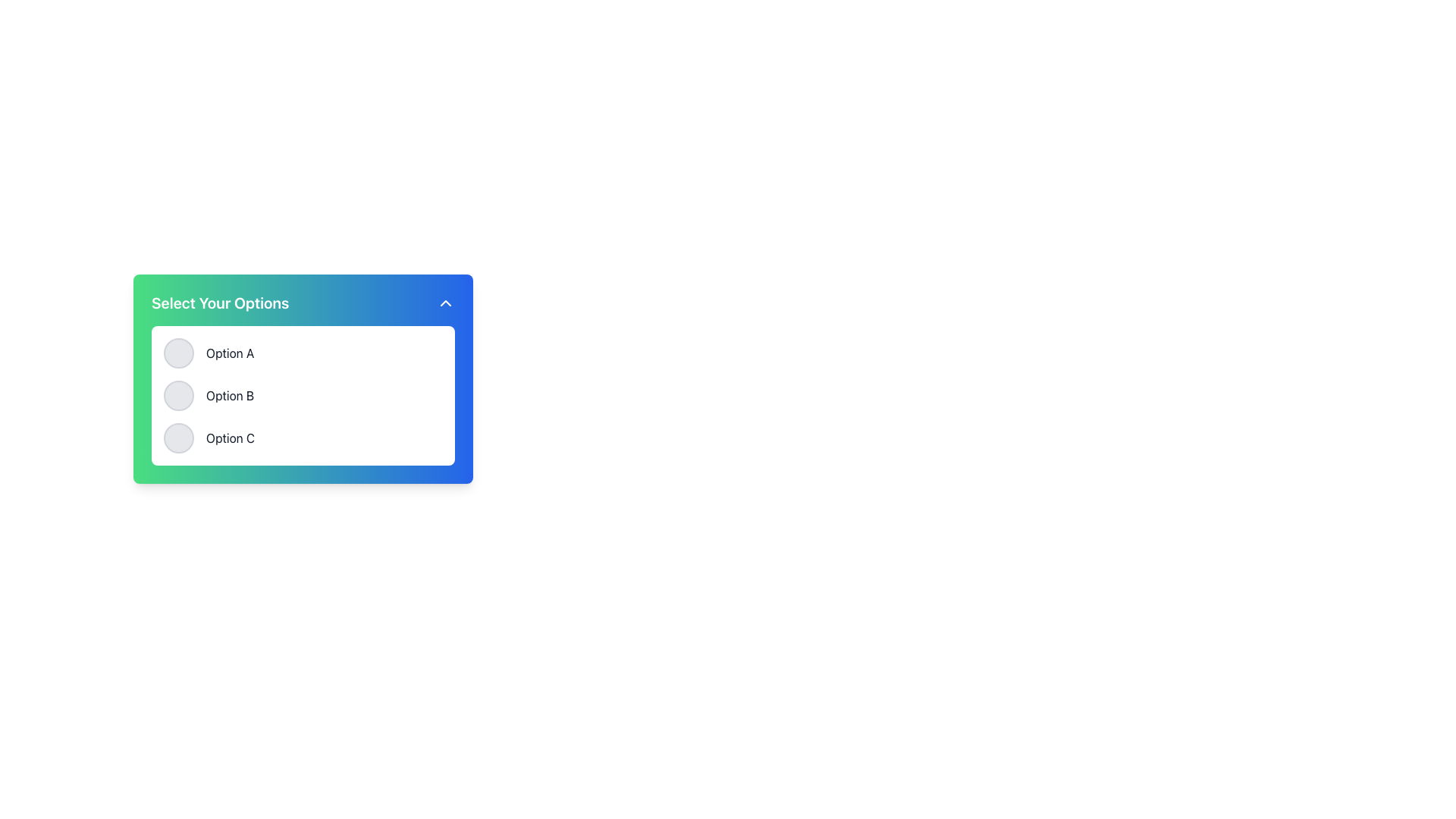 This screenshot has width=1456, height=819. I want to click on the button in the option selector labeled 'Option B' located in the second row of the 'Select Your Options' group, so click(303, 394).